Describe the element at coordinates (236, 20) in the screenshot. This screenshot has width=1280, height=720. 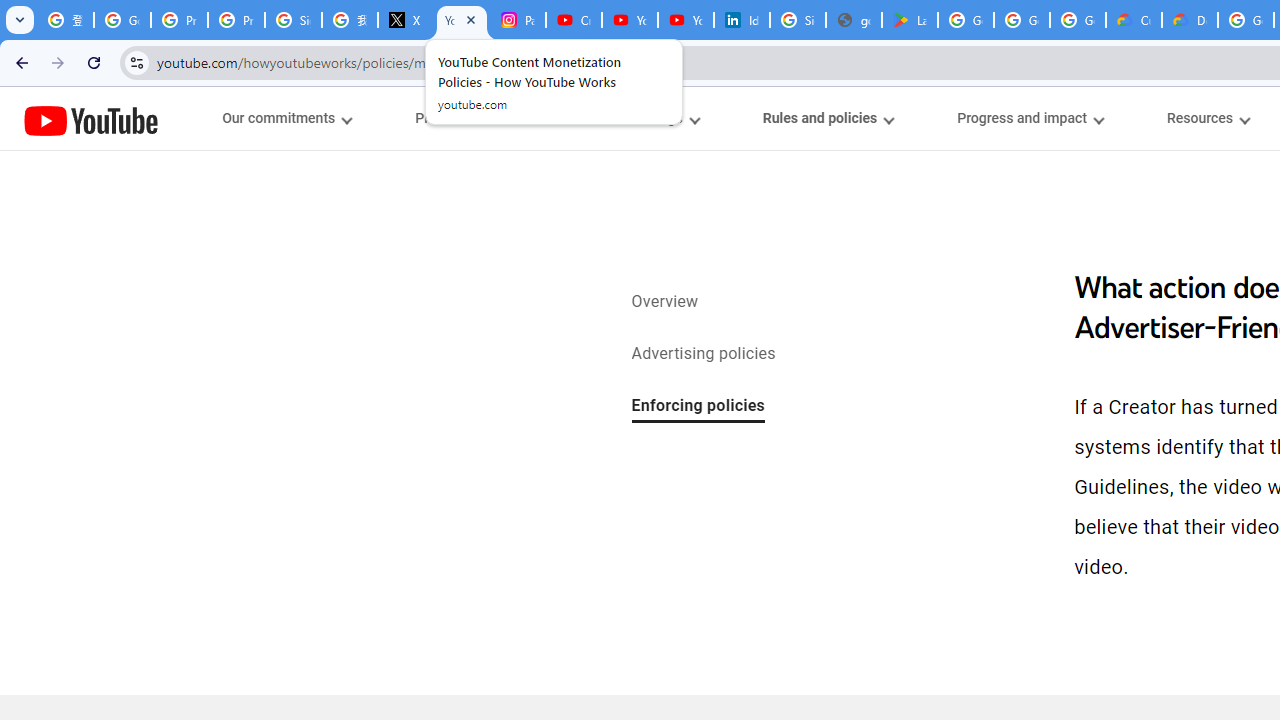
I see `'Privacy Help Center - Policies Help'` at that location.